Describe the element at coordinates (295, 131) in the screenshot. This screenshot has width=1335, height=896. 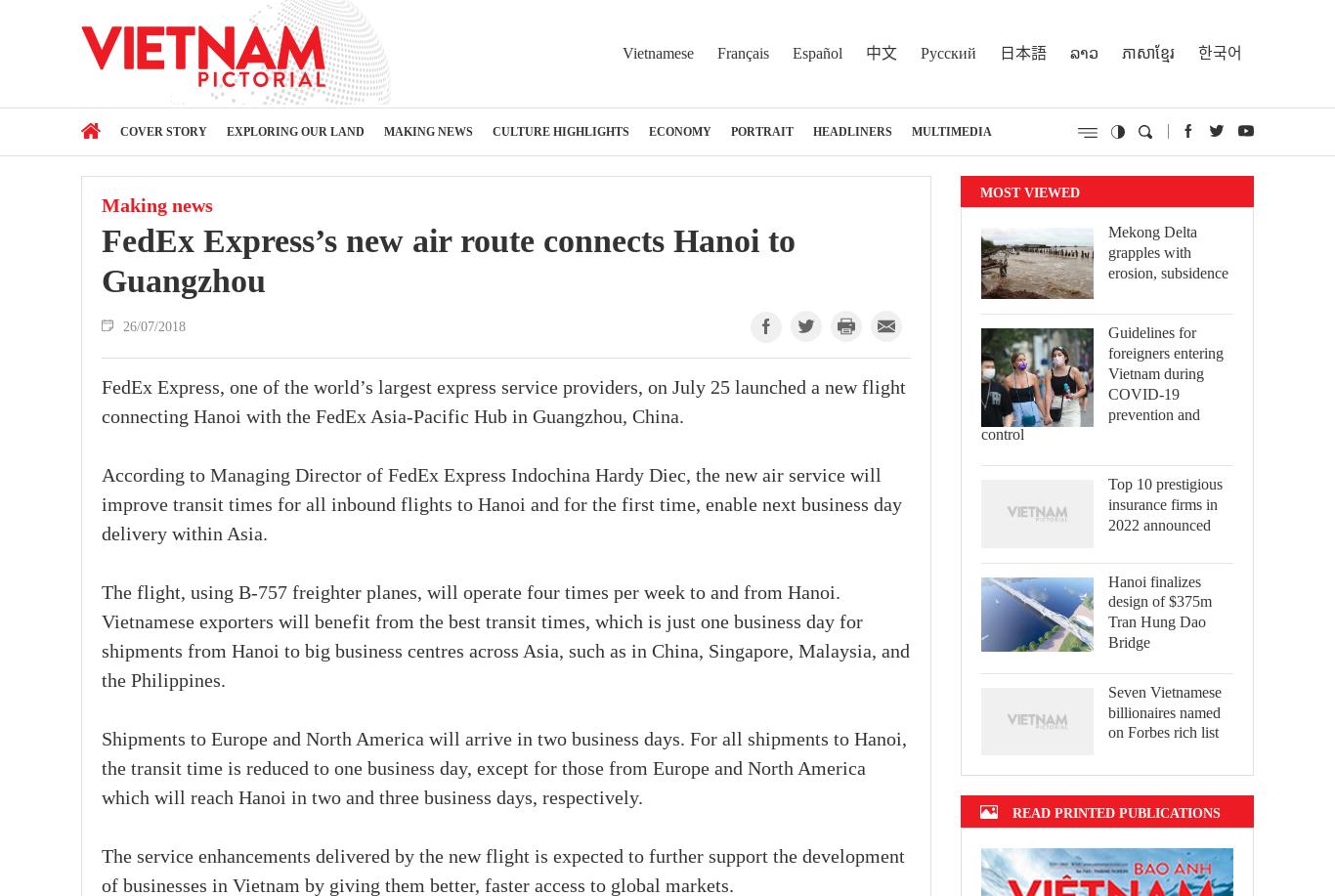
I see `'Exploring our land'` at that location.